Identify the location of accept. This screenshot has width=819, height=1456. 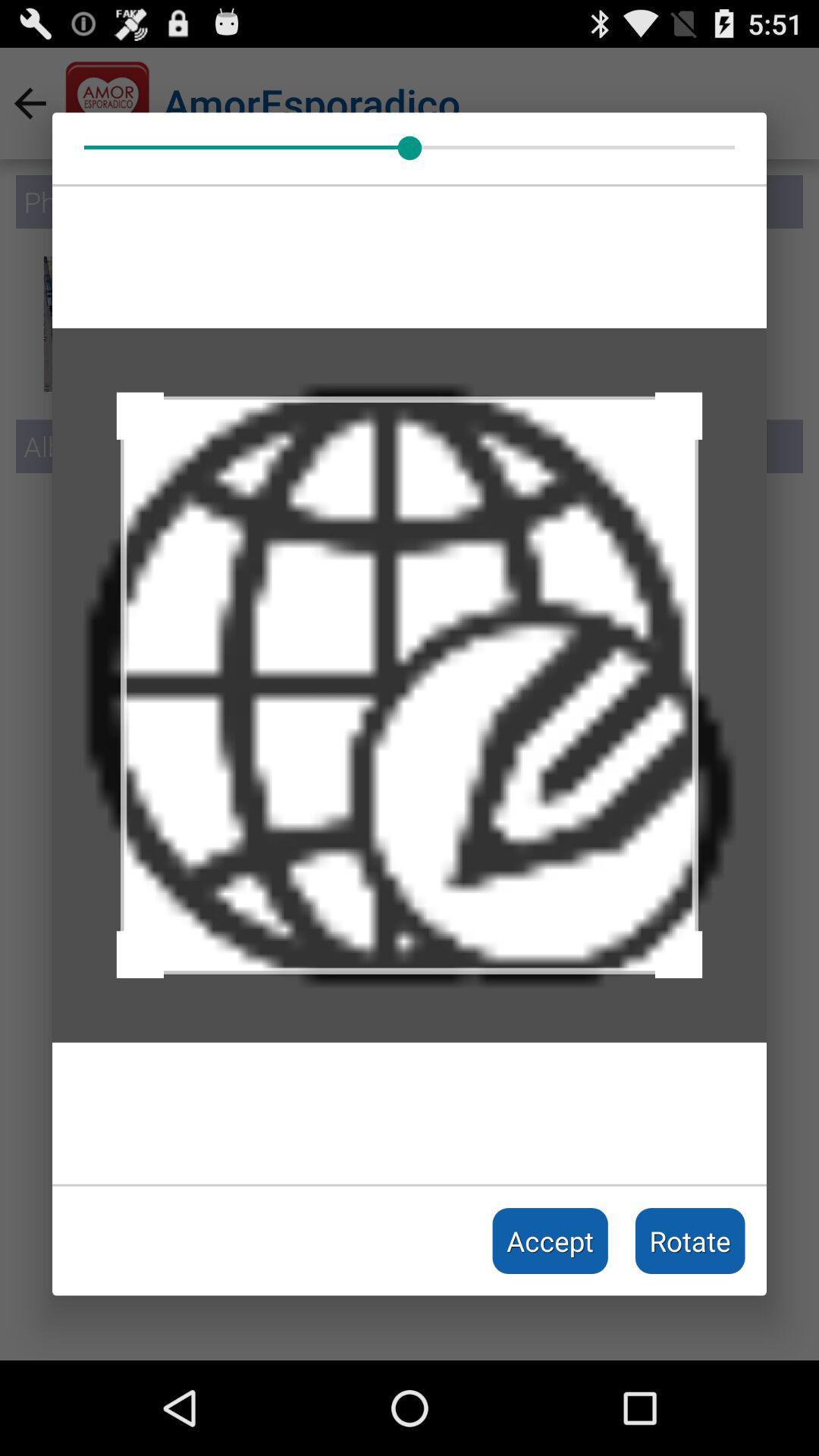
(550, 1241).